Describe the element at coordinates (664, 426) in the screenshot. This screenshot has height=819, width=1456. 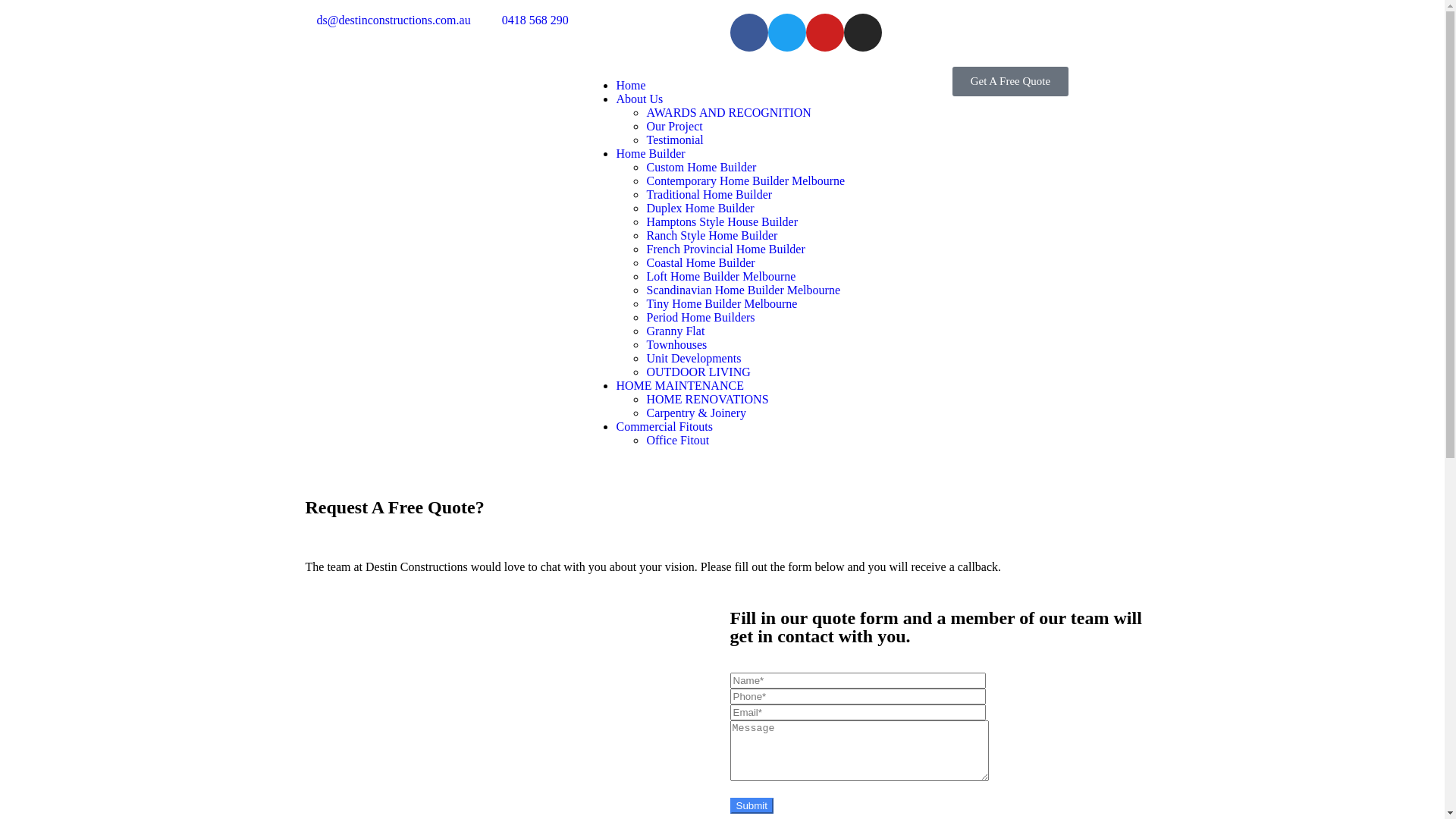
I see `'Commercial Fitouts'` at that location.